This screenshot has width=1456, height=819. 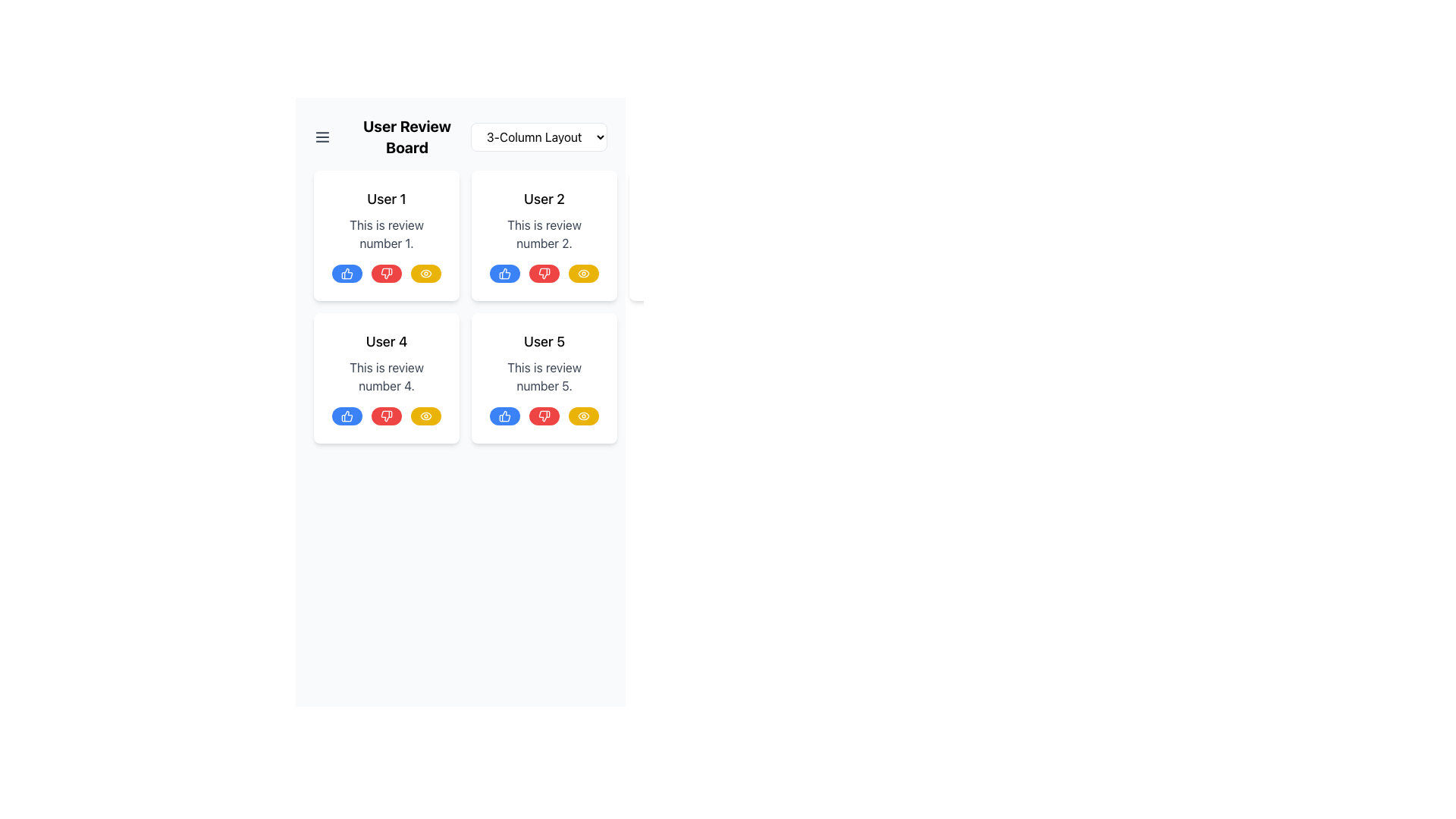 What do you see at coordinates (322, 137) in the screenshot?
I see `the menu icon, represented by three horizontal lines stacked vertically, located at the top-left corner of the interface near 'User Review Board'` at bounding box center [322, 137].